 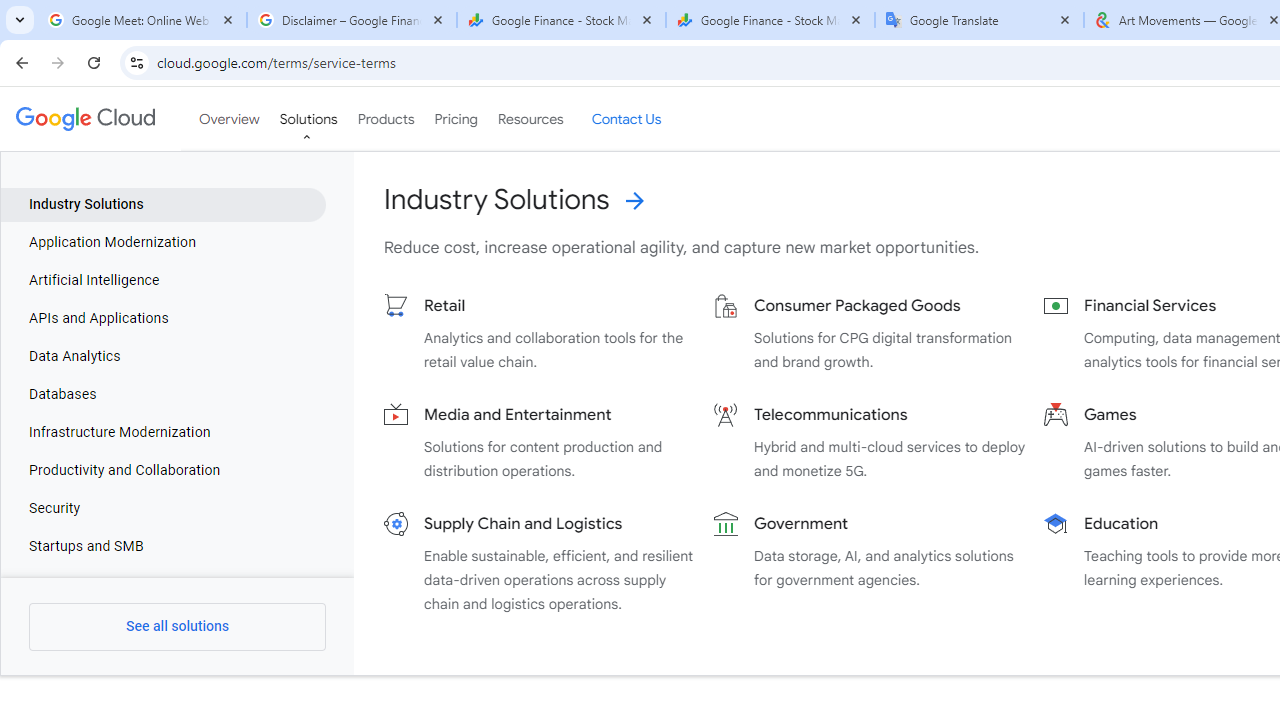 I want to click on 'Resources', so click(x=530, y=119).